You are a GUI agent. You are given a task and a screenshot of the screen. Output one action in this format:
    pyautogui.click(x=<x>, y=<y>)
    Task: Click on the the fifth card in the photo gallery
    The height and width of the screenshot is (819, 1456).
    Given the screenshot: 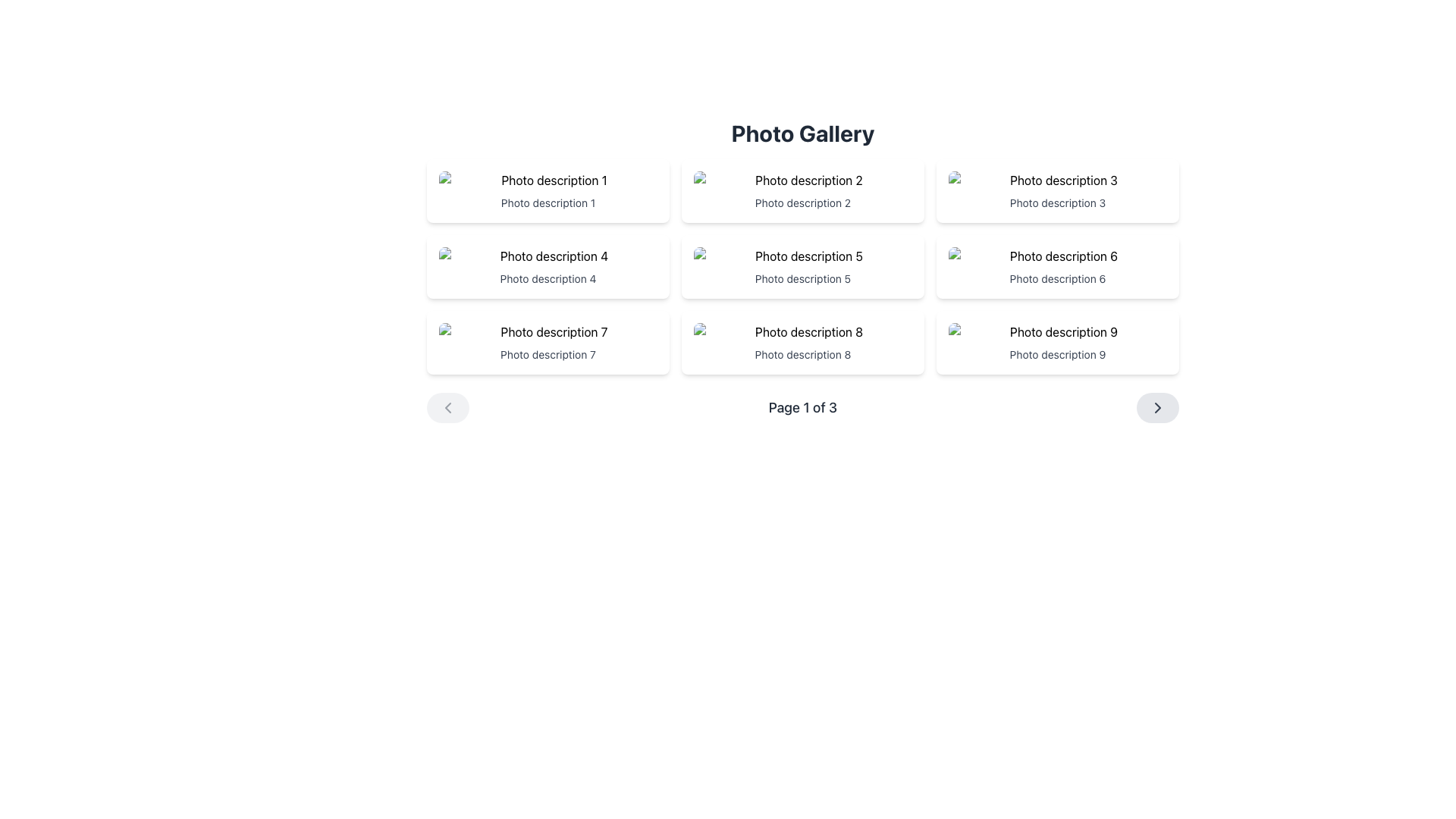 What is the action you would take?
    pyautogui.click(x=802, y=265)
    